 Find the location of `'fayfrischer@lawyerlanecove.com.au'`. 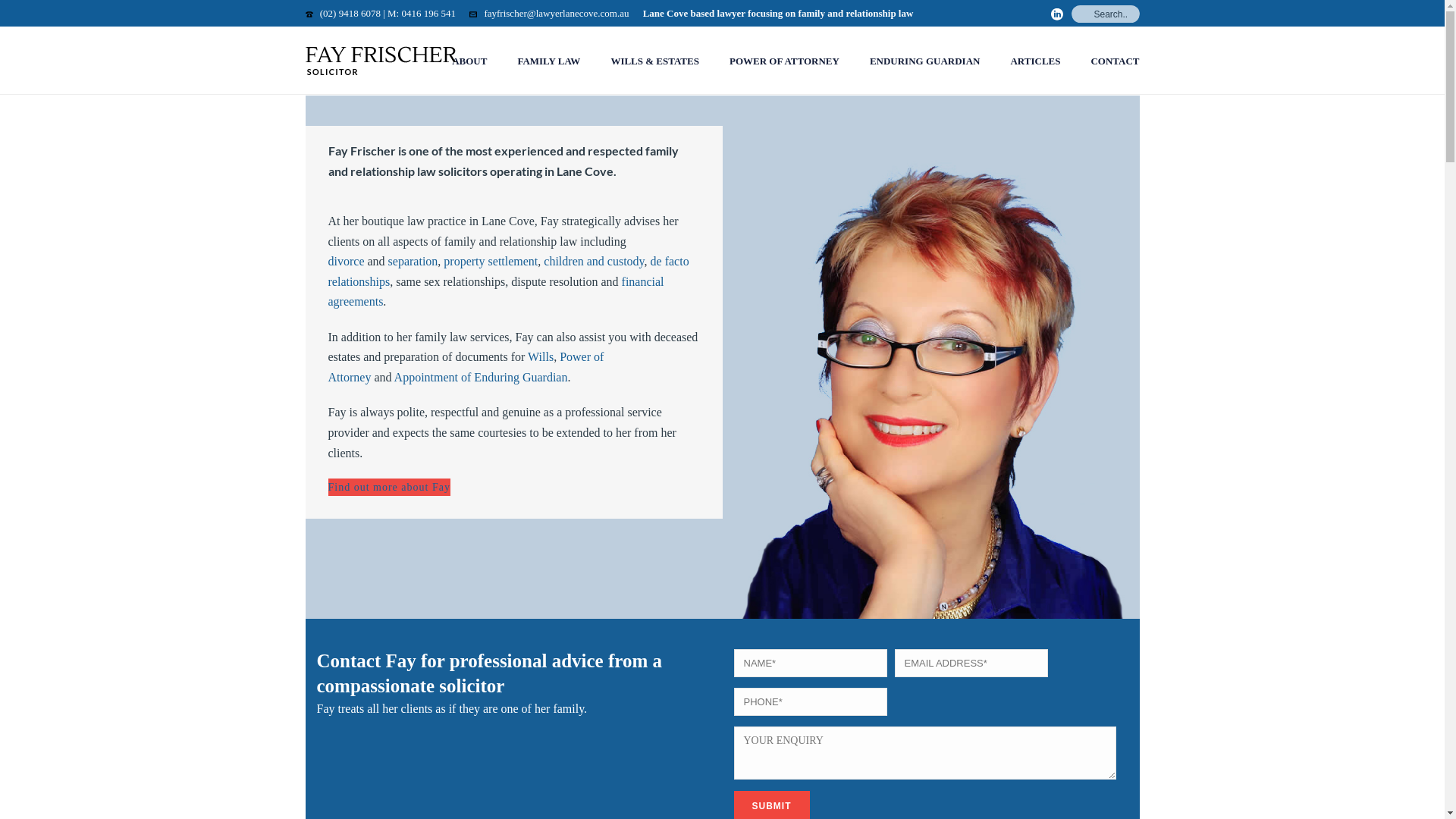

'fayfrischer@lawyerlanecove.com.au' is located at coordinates (555, 13).